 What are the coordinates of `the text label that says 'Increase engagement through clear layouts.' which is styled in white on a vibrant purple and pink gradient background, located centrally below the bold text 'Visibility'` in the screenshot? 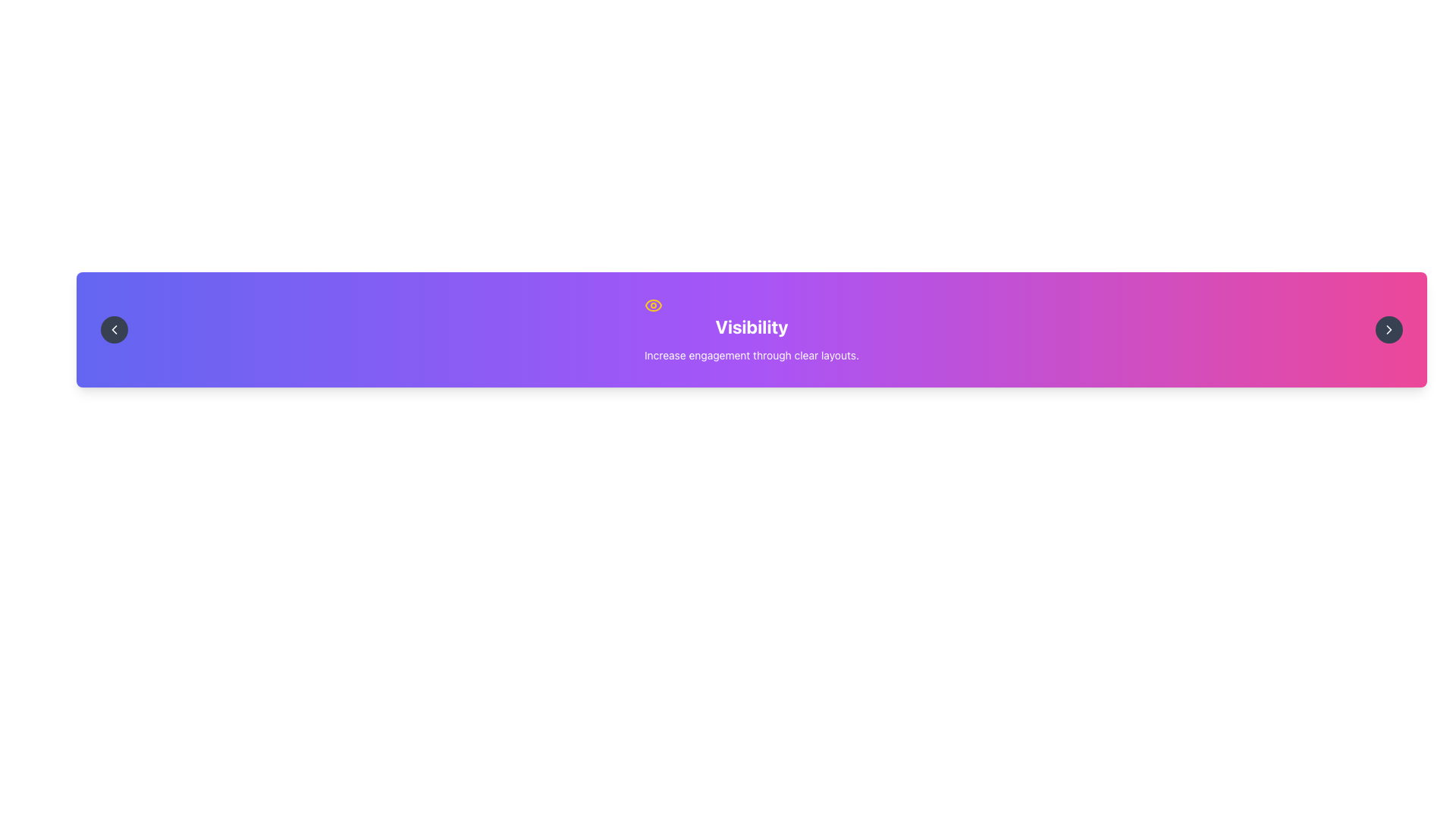 It's located at (752, 356).